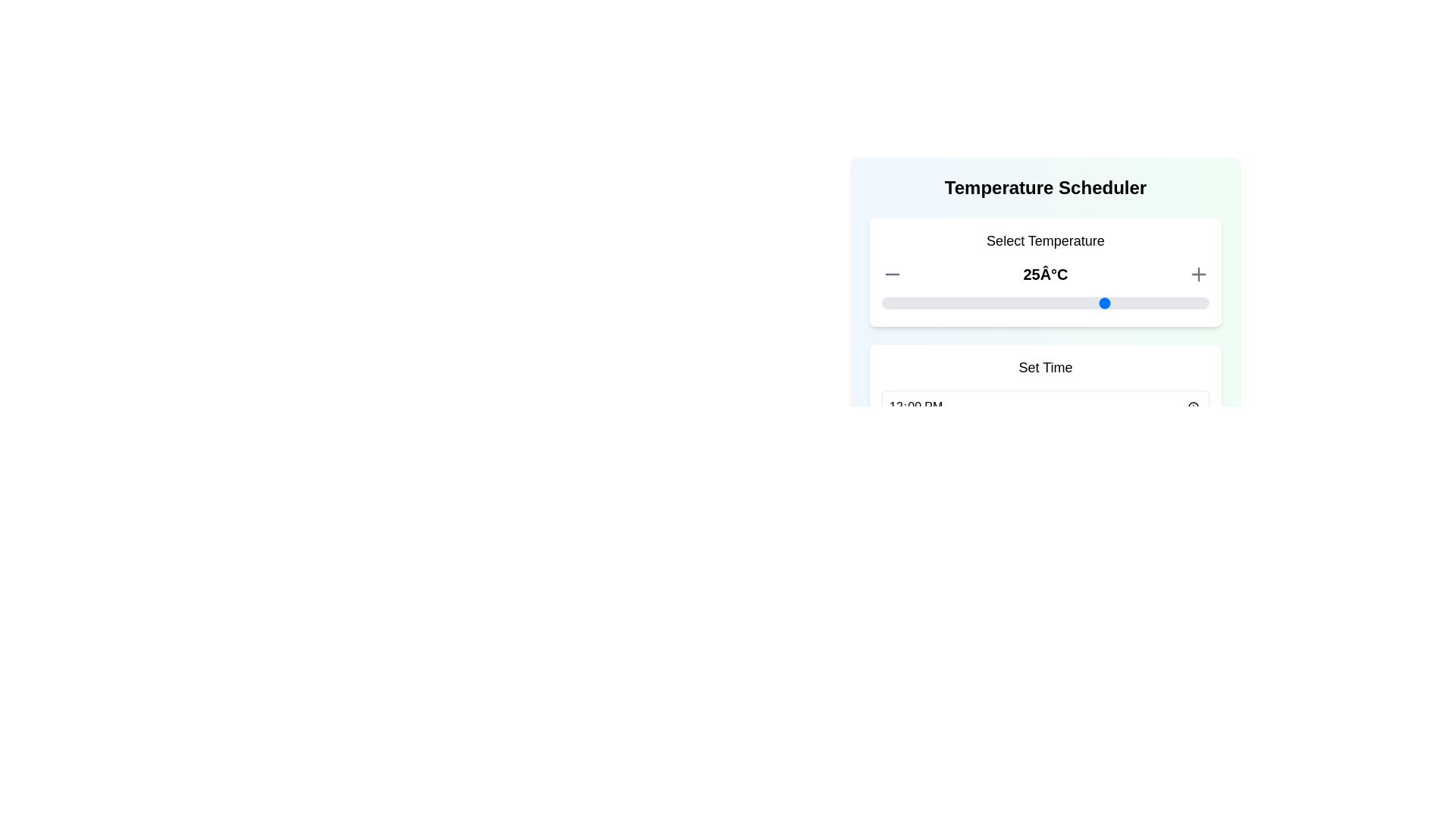 This screenshot has width=1456, height=819. Describe the element at coordinates (1073, 303) in the screenshot. I see `the temperature slider` at that location.